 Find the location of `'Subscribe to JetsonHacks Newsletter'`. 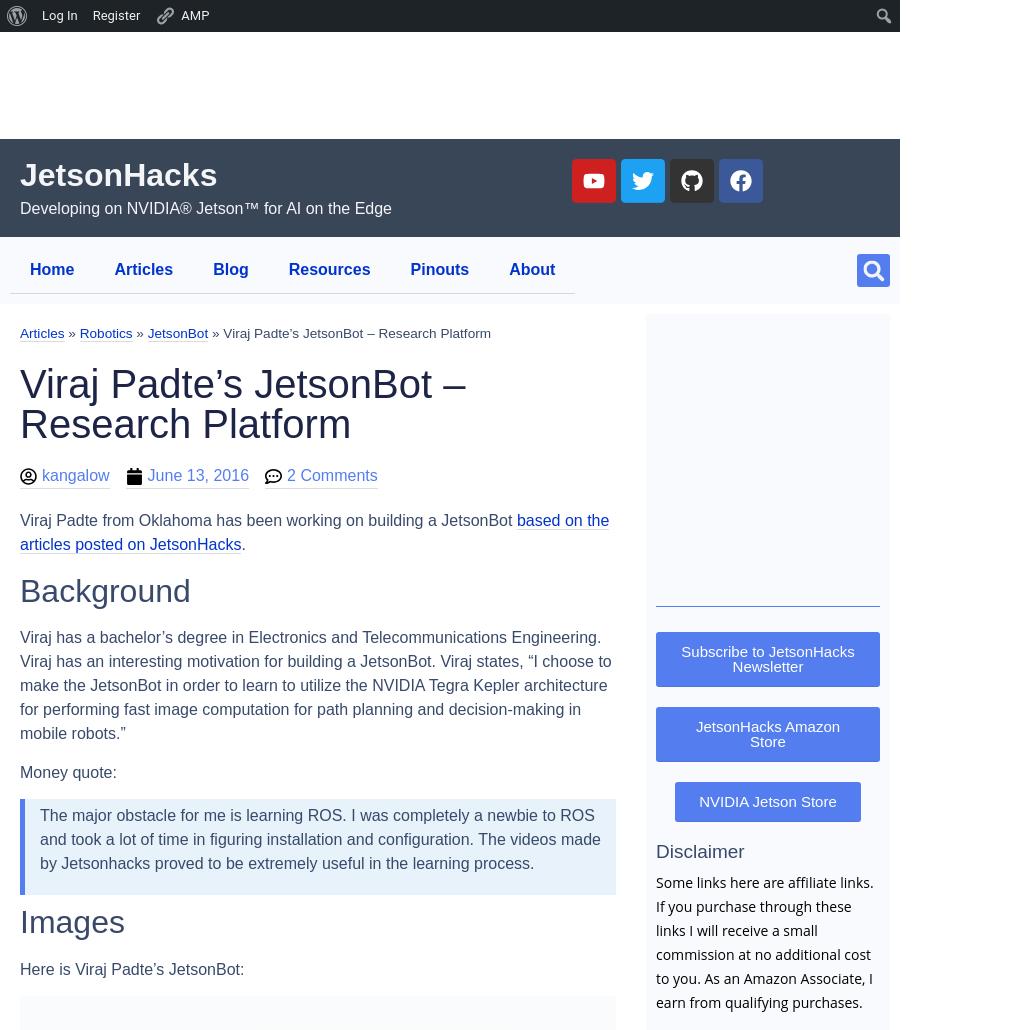

'Subscribe to JetsonHacks Newsletter' is located at coordinates (680, 657).